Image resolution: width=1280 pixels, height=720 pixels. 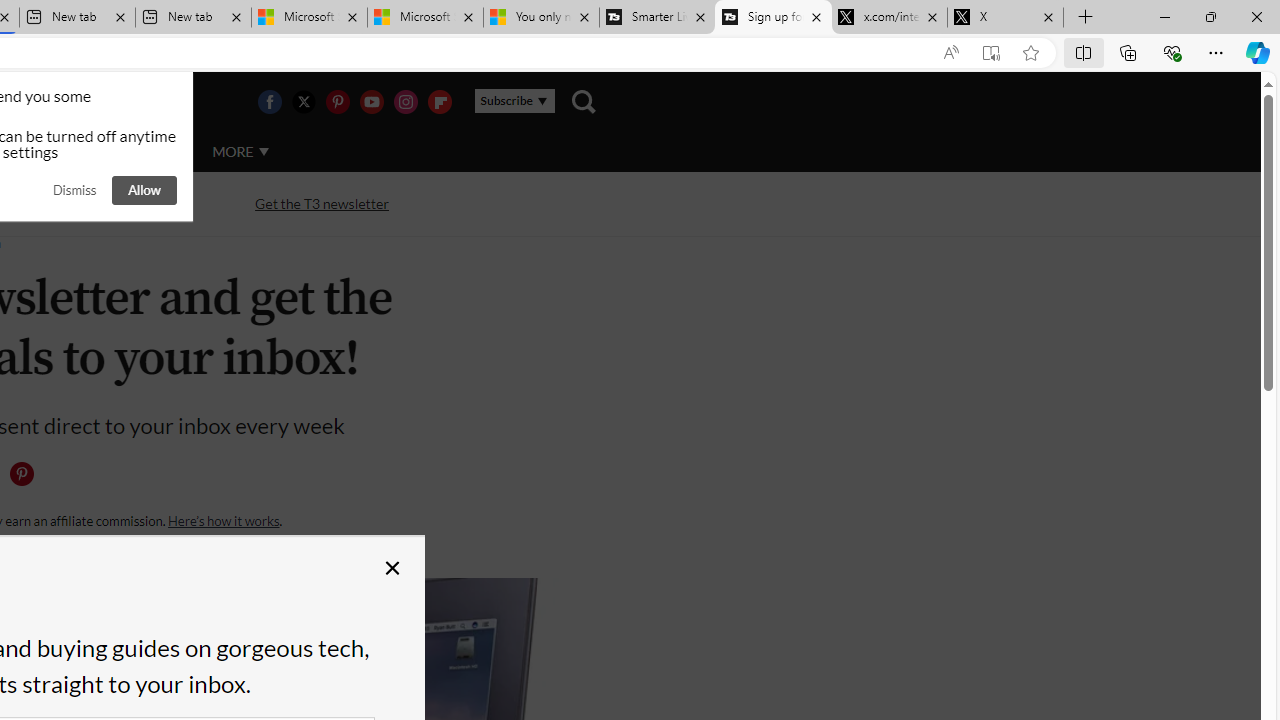 What do you see at coordinates (404, 101) in the screenshot?
I see `'Visit us on Instagram'` at bounding box center [404, 101].